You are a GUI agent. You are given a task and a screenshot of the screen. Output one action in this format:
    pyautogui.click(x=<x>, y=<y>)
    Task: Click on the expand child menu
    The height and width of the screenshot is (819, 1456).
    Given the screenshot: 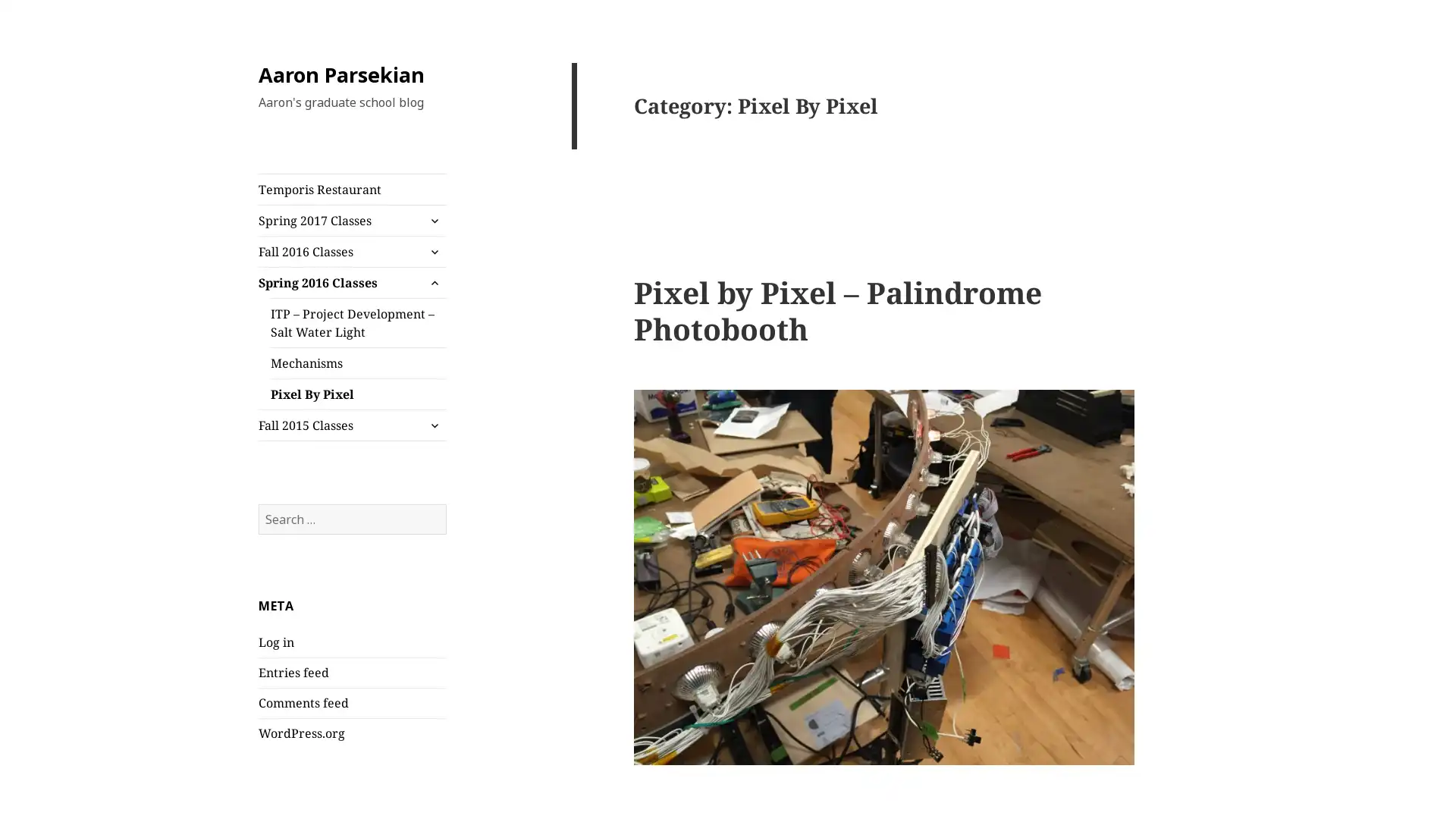 What is the action you would take?
    pyautogui.click(x=432, y=283)
    